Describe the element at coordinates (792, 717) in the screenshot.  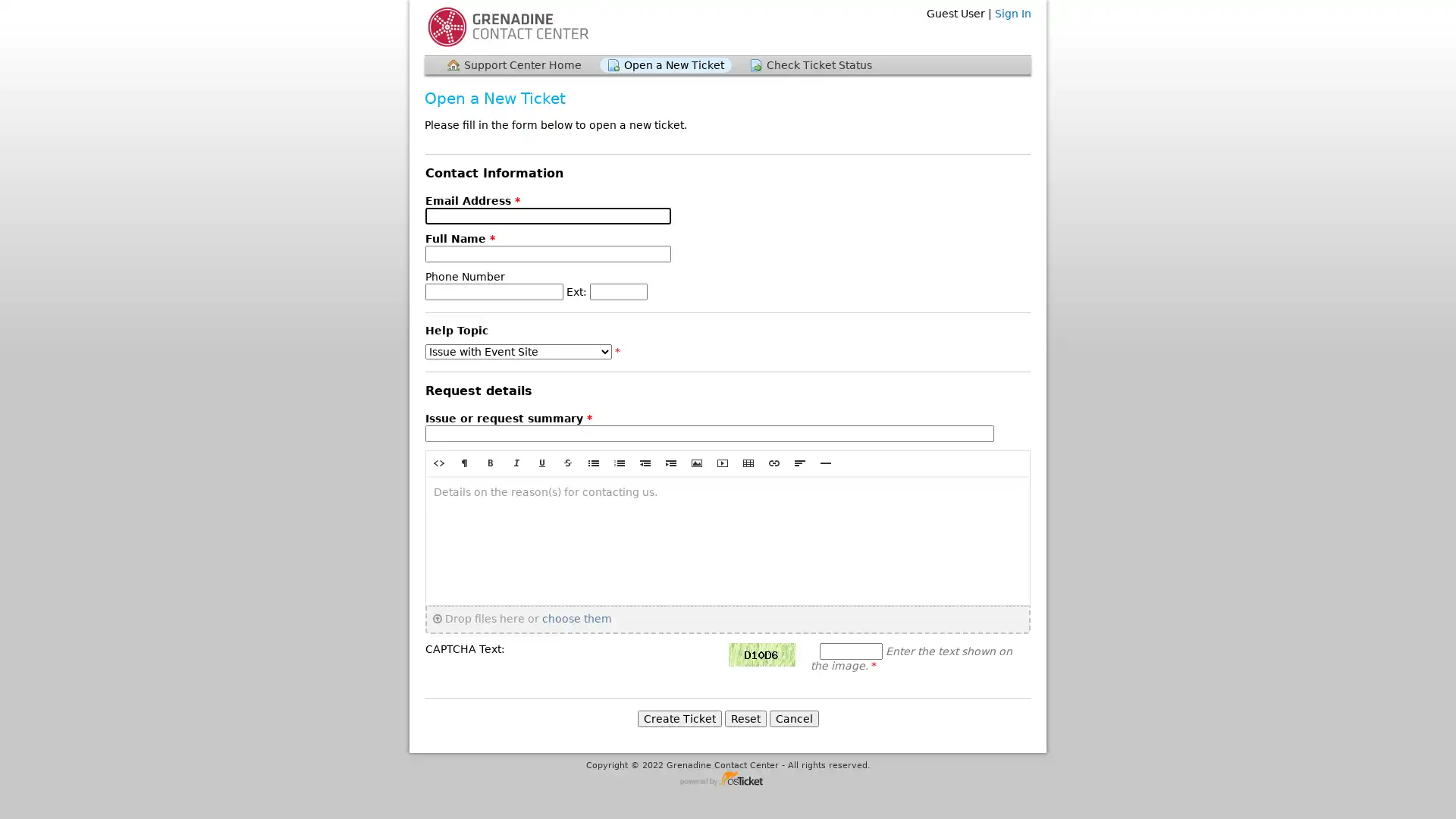
I see `Cancel` at that location.